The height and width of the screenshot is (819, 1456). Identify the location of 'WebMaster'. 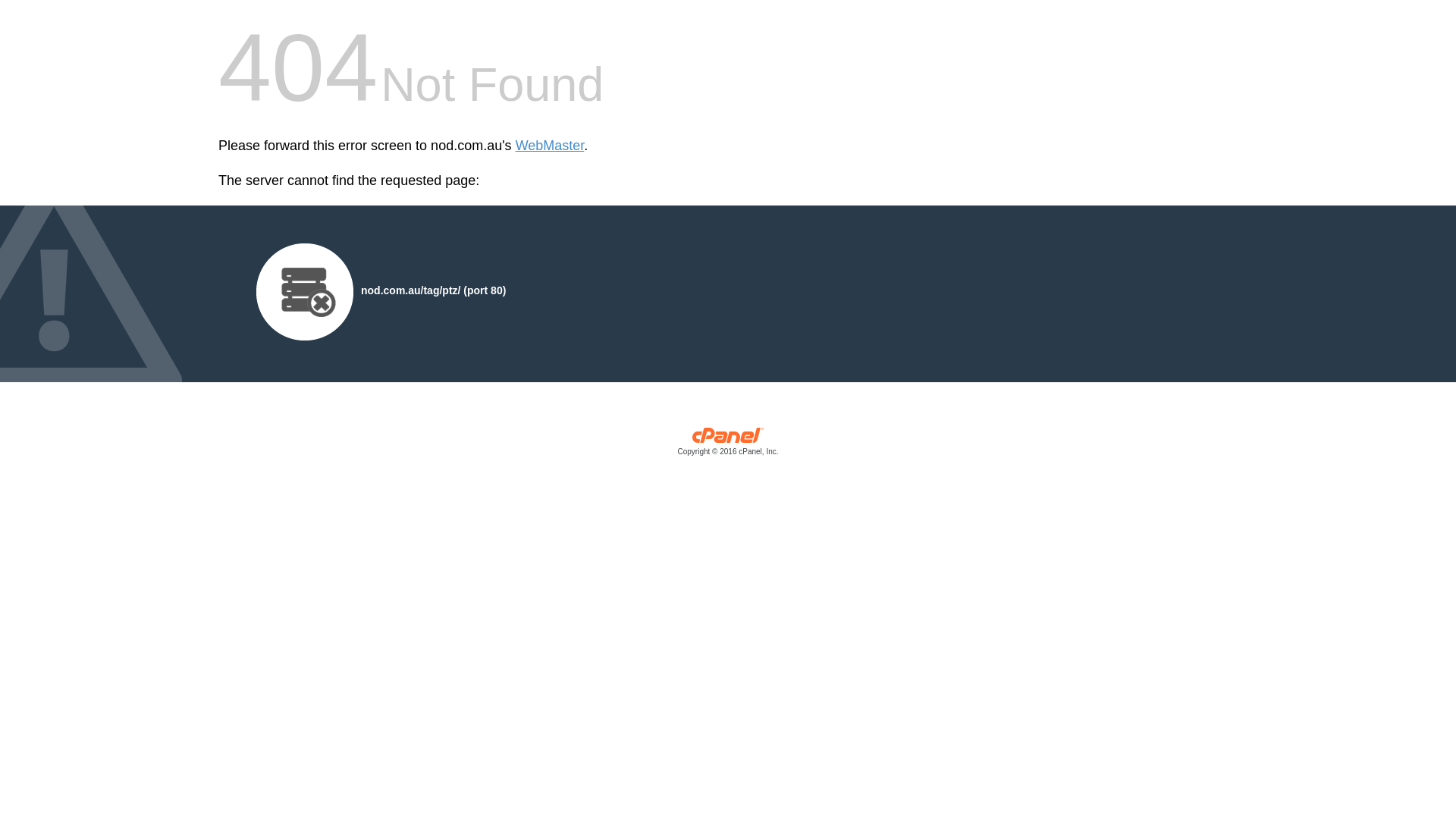
(549, 146).